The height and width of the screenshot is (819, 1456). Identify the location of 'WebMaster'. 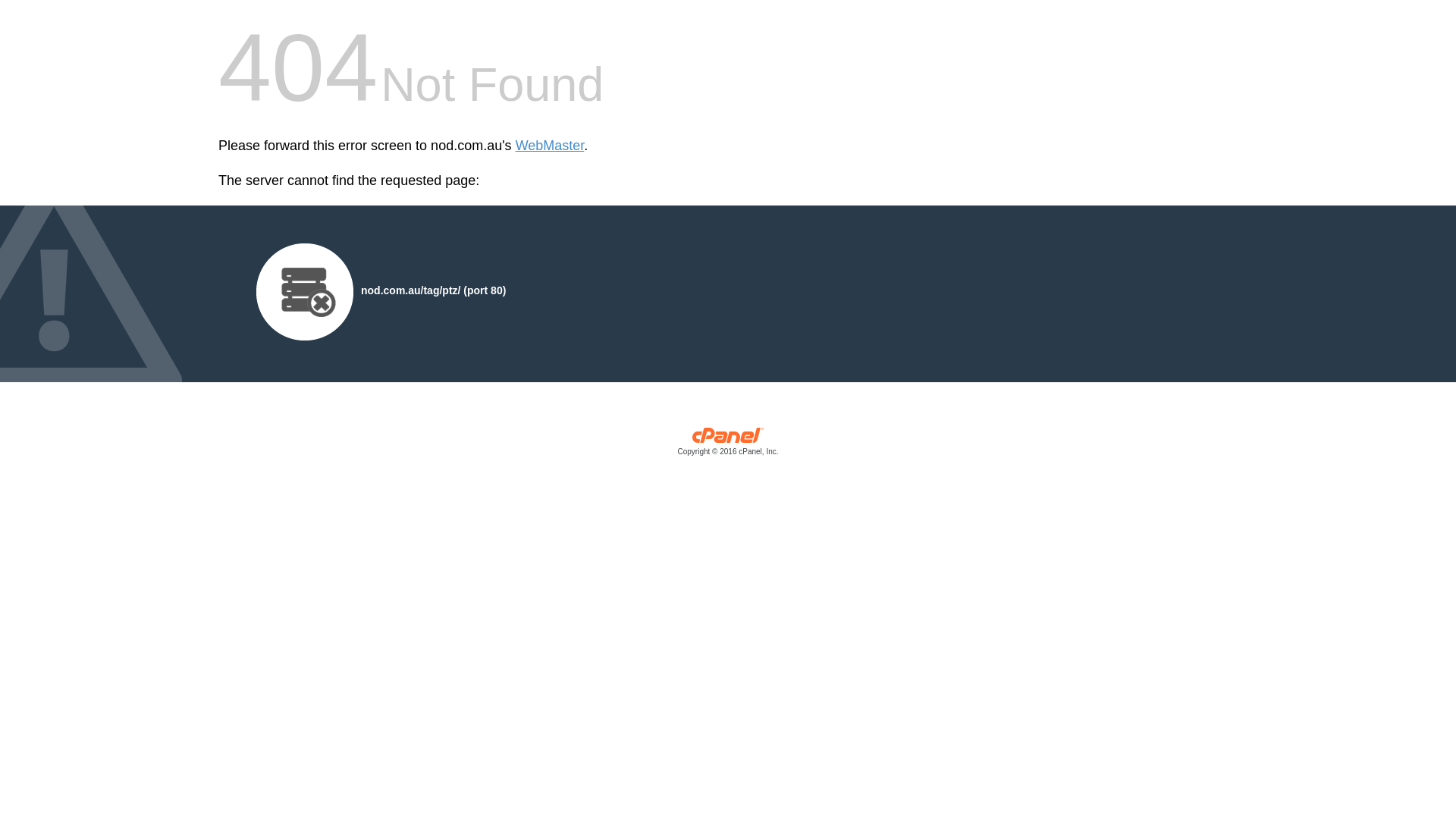
(549, 146).